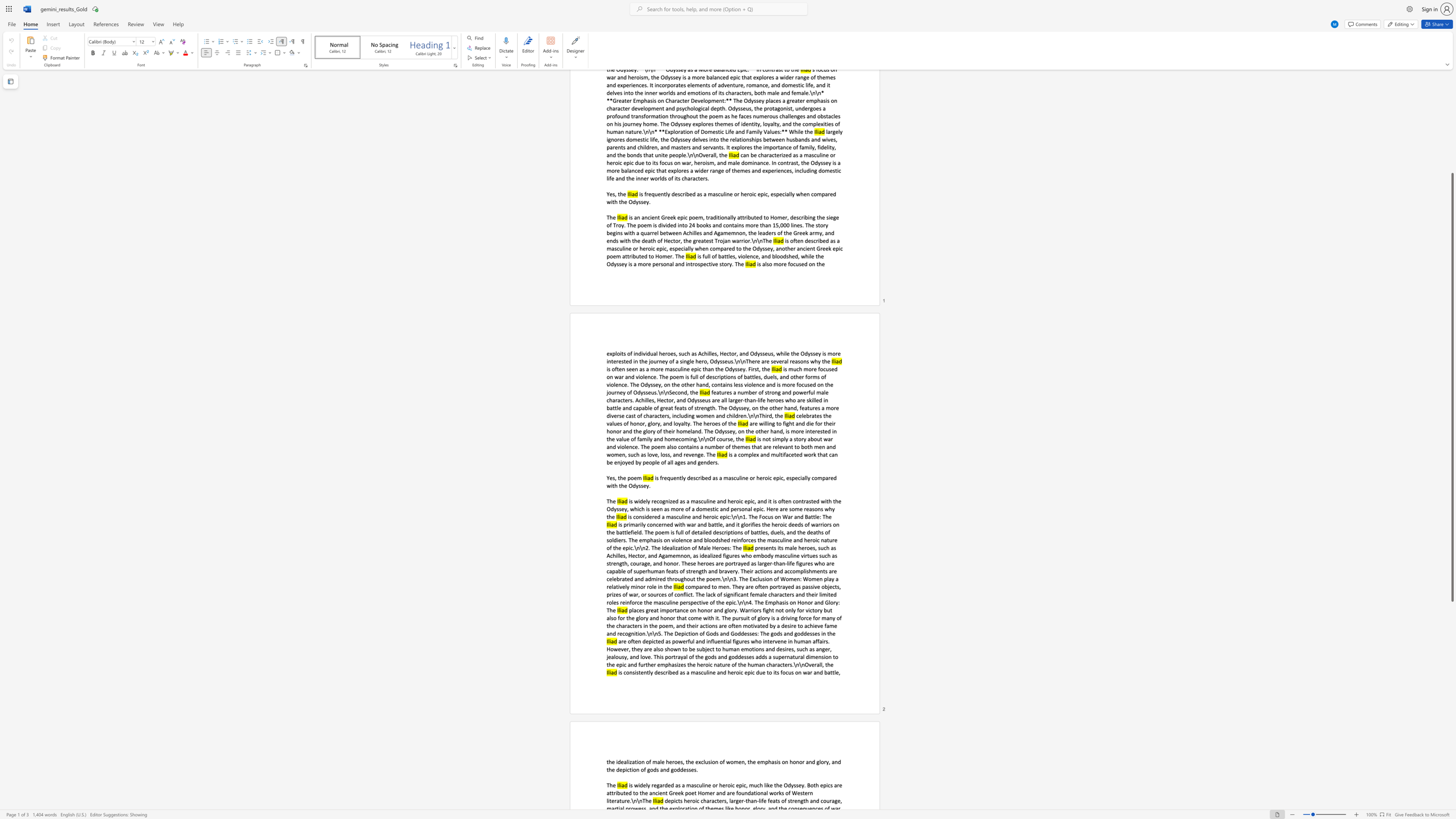  I want to click on the right-hand scrollbar to ascend the page, so click(1451, 113).